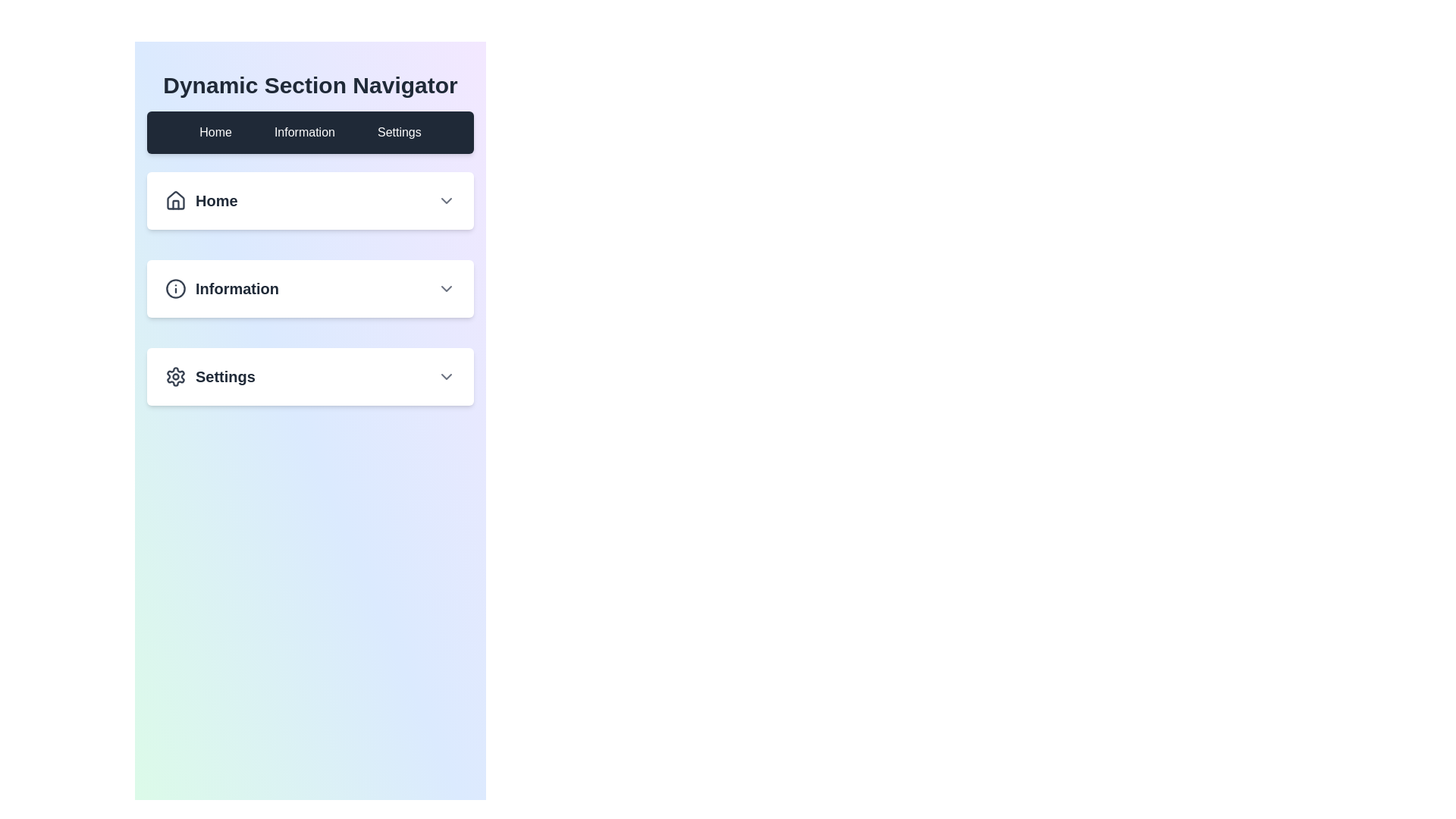 Image resolution: width=1456 pixels, height=819 pixels. What do you see at coordinates (399, 131) in the screenshot?
I see `the 'Settings' navigational tab, which is the third tab in a horizontal navigation bar` at bounding box center [399, 131].